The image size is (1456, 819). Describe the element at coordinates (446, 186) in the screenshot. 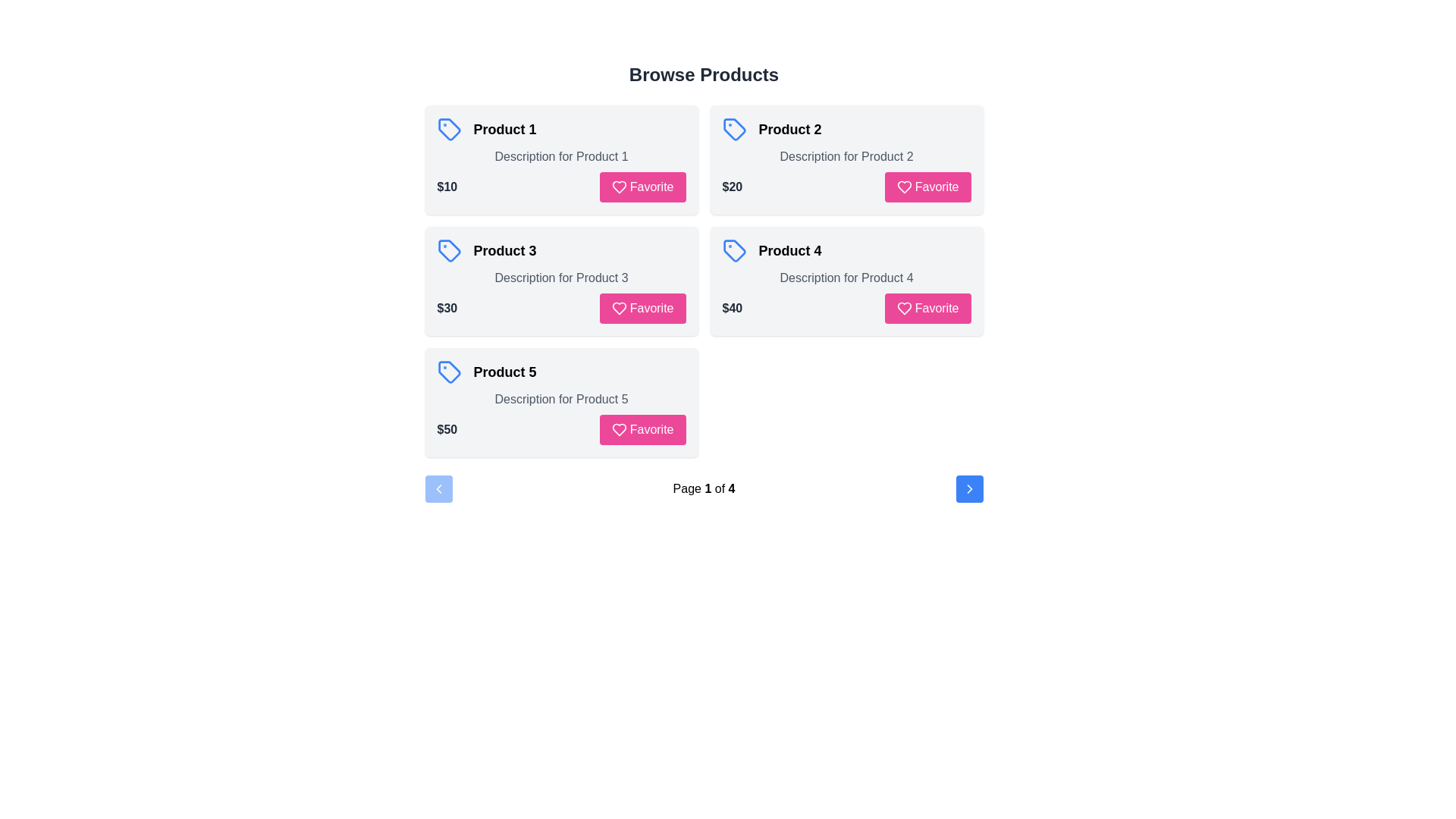

I see `the price label indicating the cost of 'Product 1', which is positioned to the left of the 'Favorite' button in the top-left card of the grid layout` at that location.